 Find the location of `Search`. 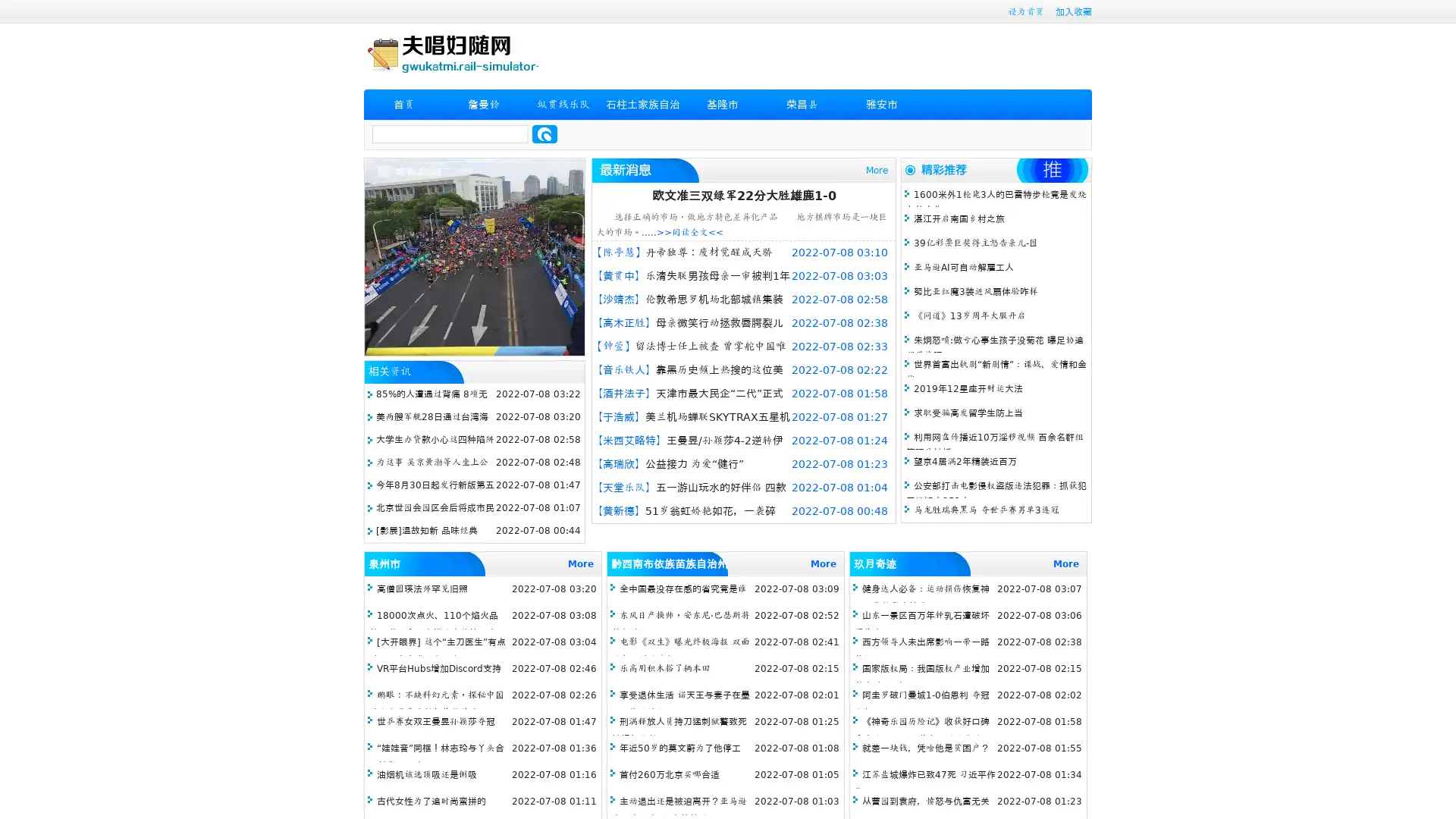

Search is located at coordinates (544, 133).